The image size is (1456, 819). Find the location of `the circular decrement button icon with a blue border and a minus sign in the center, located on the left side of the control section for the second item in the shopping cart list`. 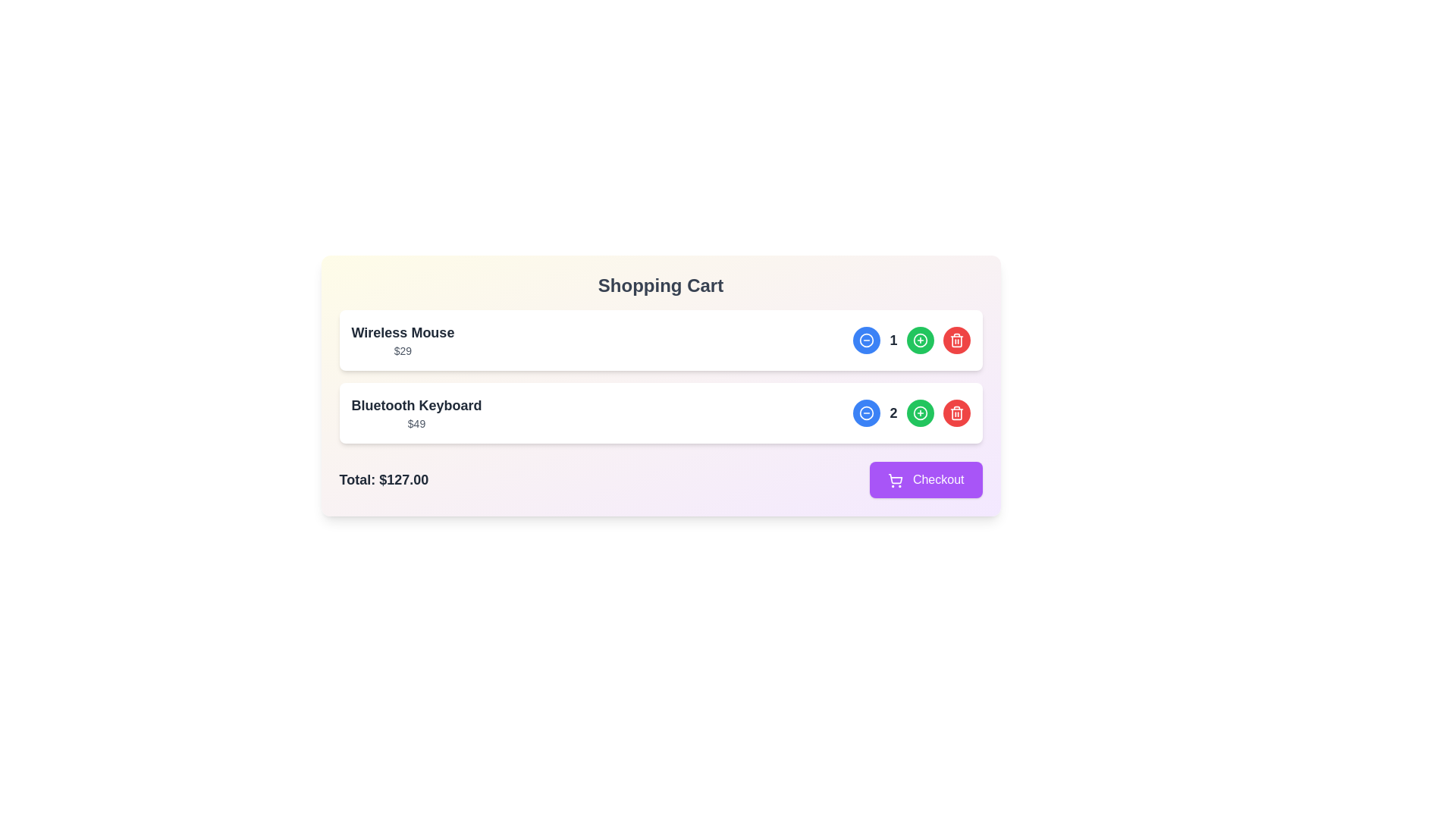

the circular decrement button icon with a blue border and a minus sign in the center, located on the left side of the control section for the second item in the shopping cart list is located at coordinates (867, 413).